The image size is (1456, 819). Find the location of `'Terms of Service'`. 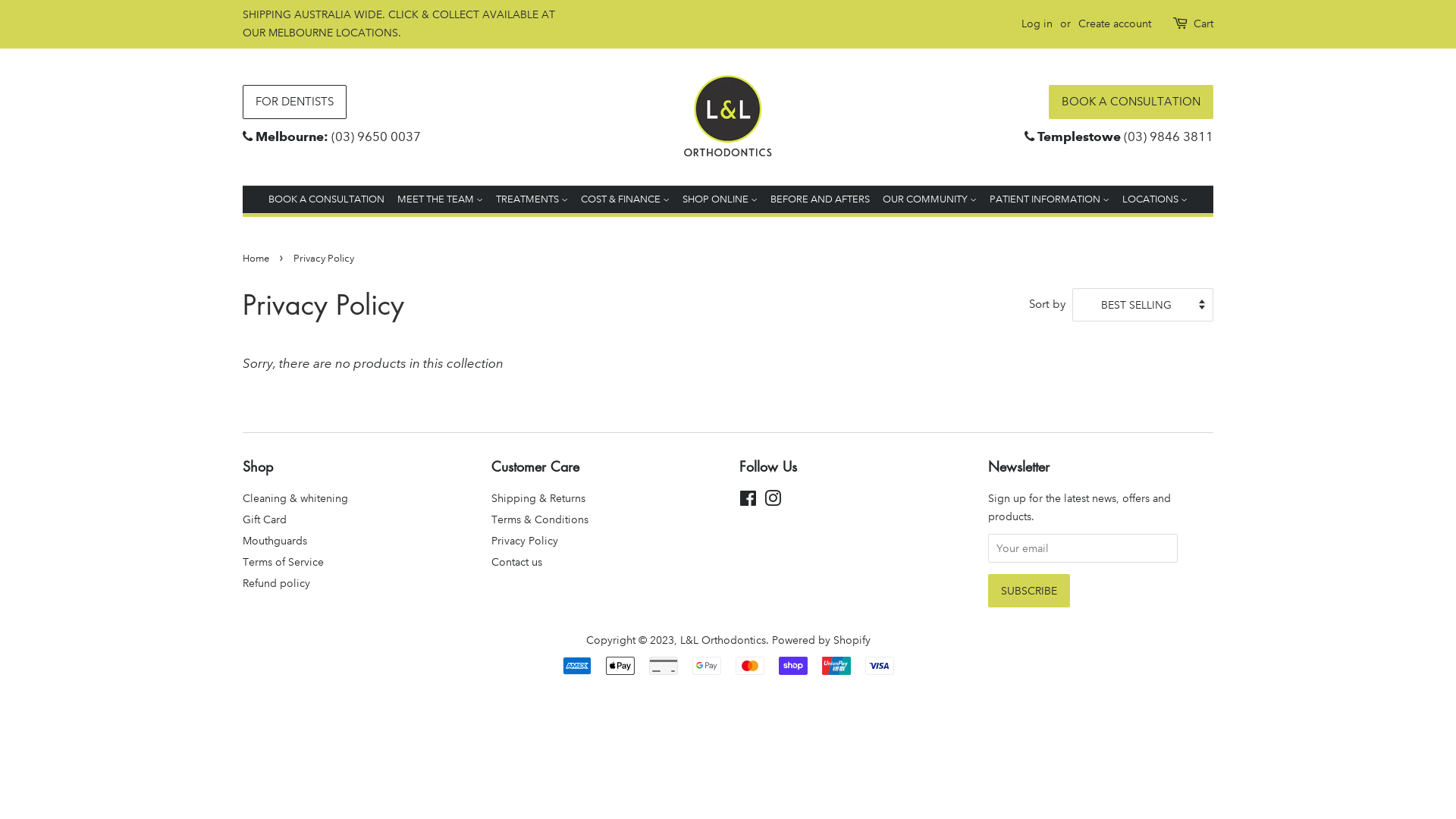

'Terms of Service' is located at coordinates (283, 561).